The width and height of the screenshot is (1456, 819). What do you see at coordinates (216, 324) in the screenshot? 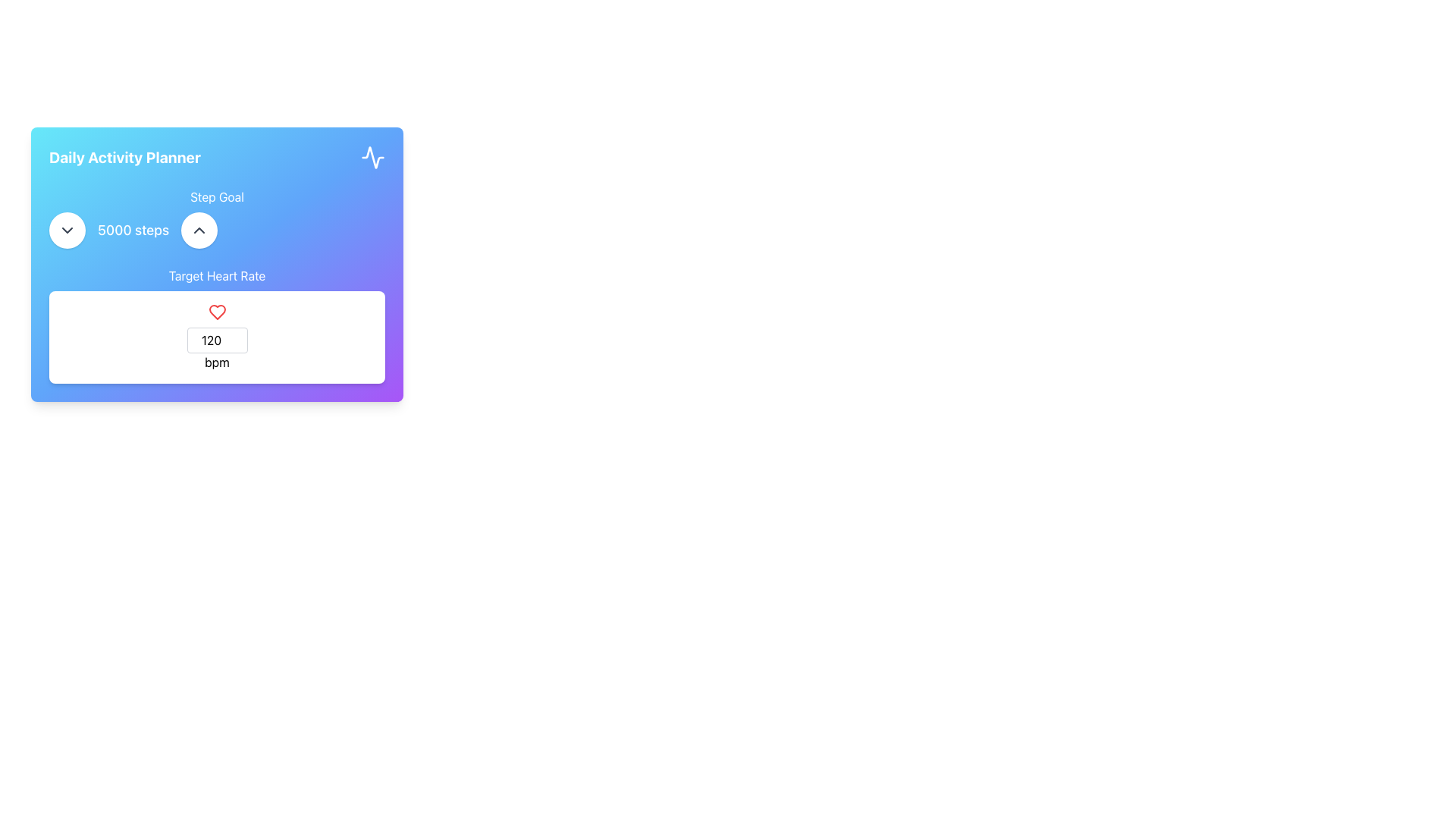
I see `the numeric input for adjusting the target heart rate in beats per minute (bpm) located in the 'Daily Activity Planner' section, below the 'Target Heart Rate' label` at bounding box center [216, 324].